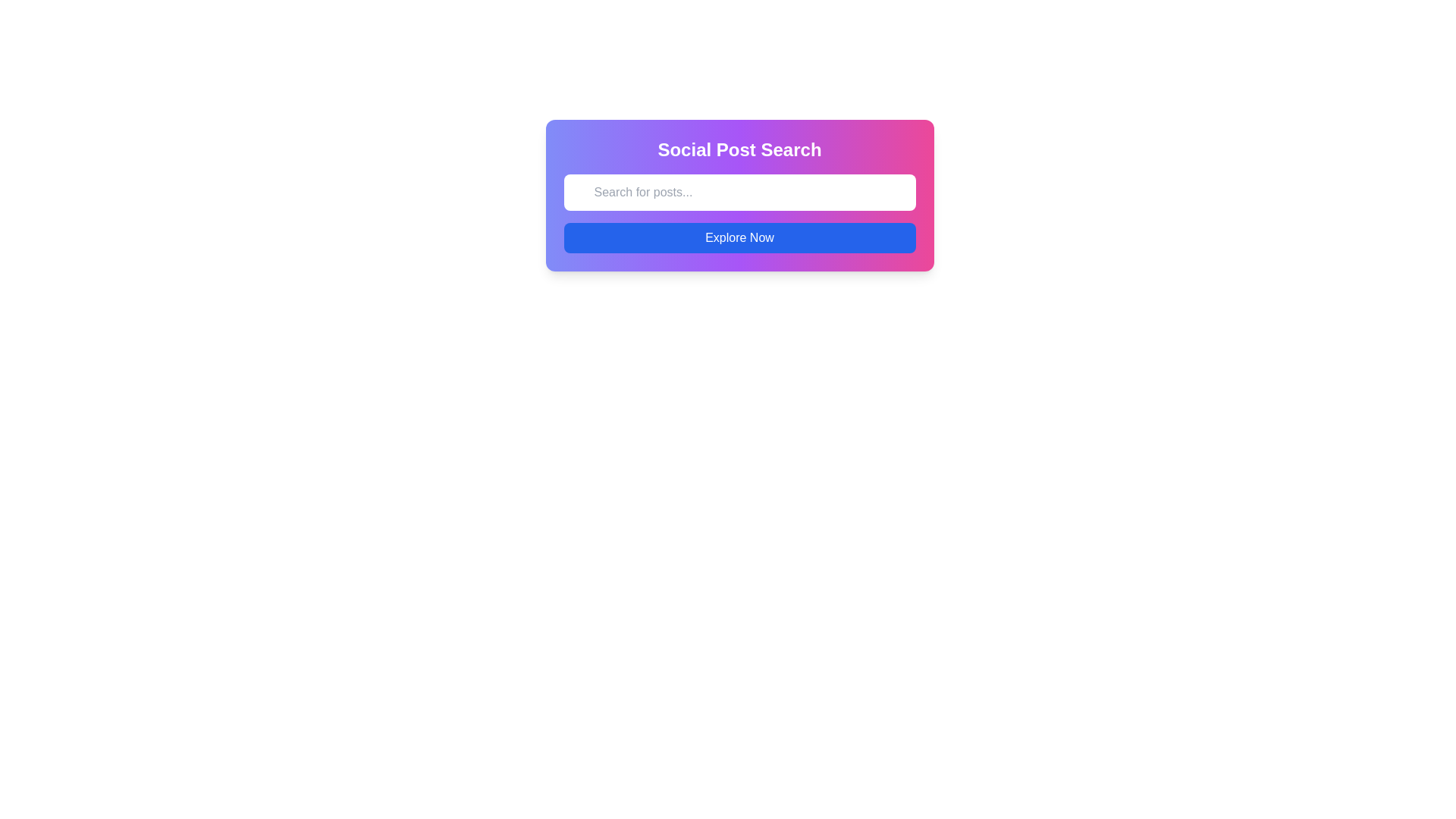 The image size is (1456, 819). What do you see at coordinates (579, 180) in the screenshot?
I see `the circular UI component representing the search functionality in the SVG graphic, located towards the left side of the input box` at bounding box center [579, 180].